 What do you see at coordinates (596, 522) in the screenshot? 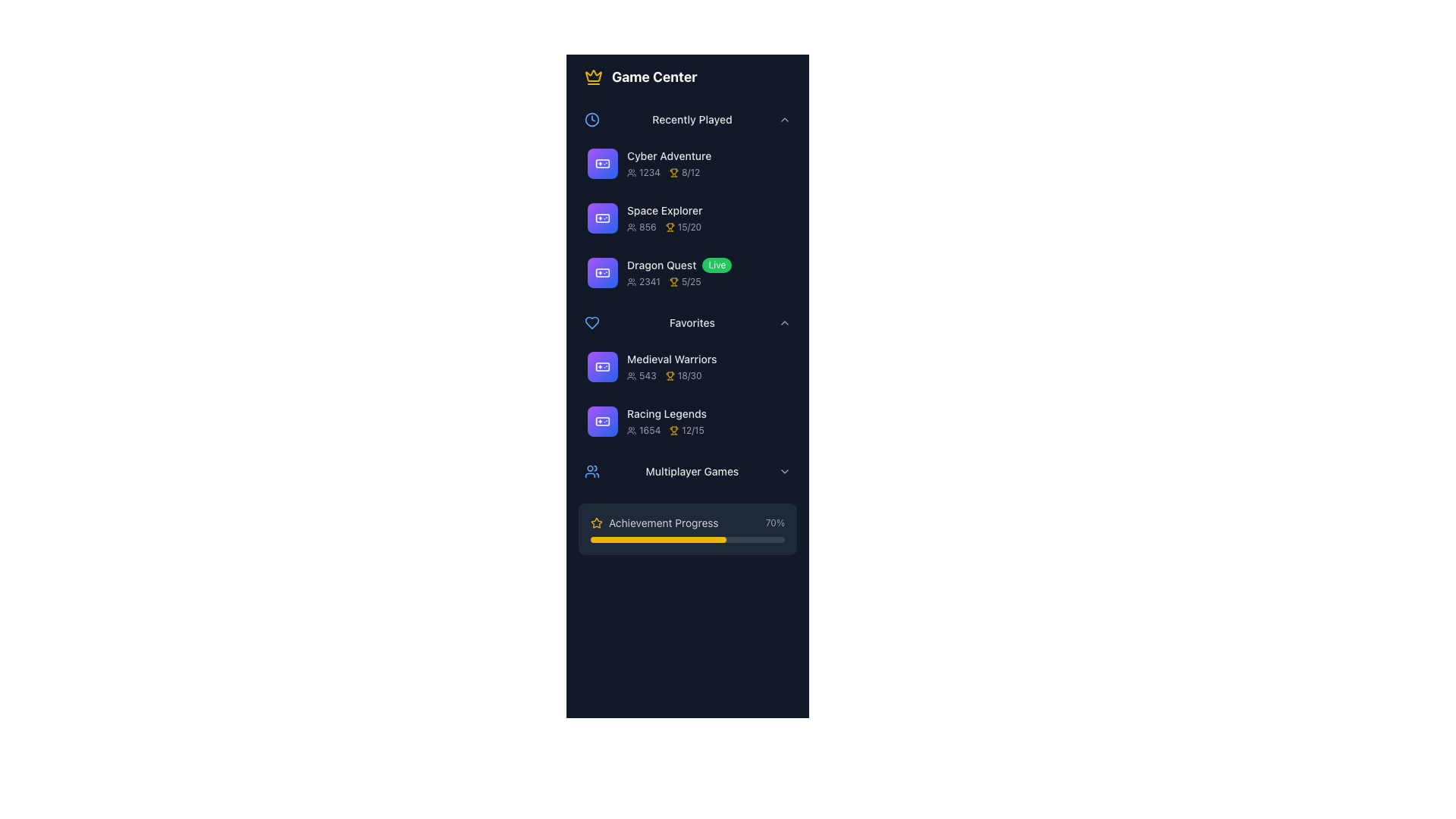
I see `the achievement progress icon located to the left of the 'Achievement Progress' label at the bottom of the viewport for potential interaction` at bounding box center [596, 522].